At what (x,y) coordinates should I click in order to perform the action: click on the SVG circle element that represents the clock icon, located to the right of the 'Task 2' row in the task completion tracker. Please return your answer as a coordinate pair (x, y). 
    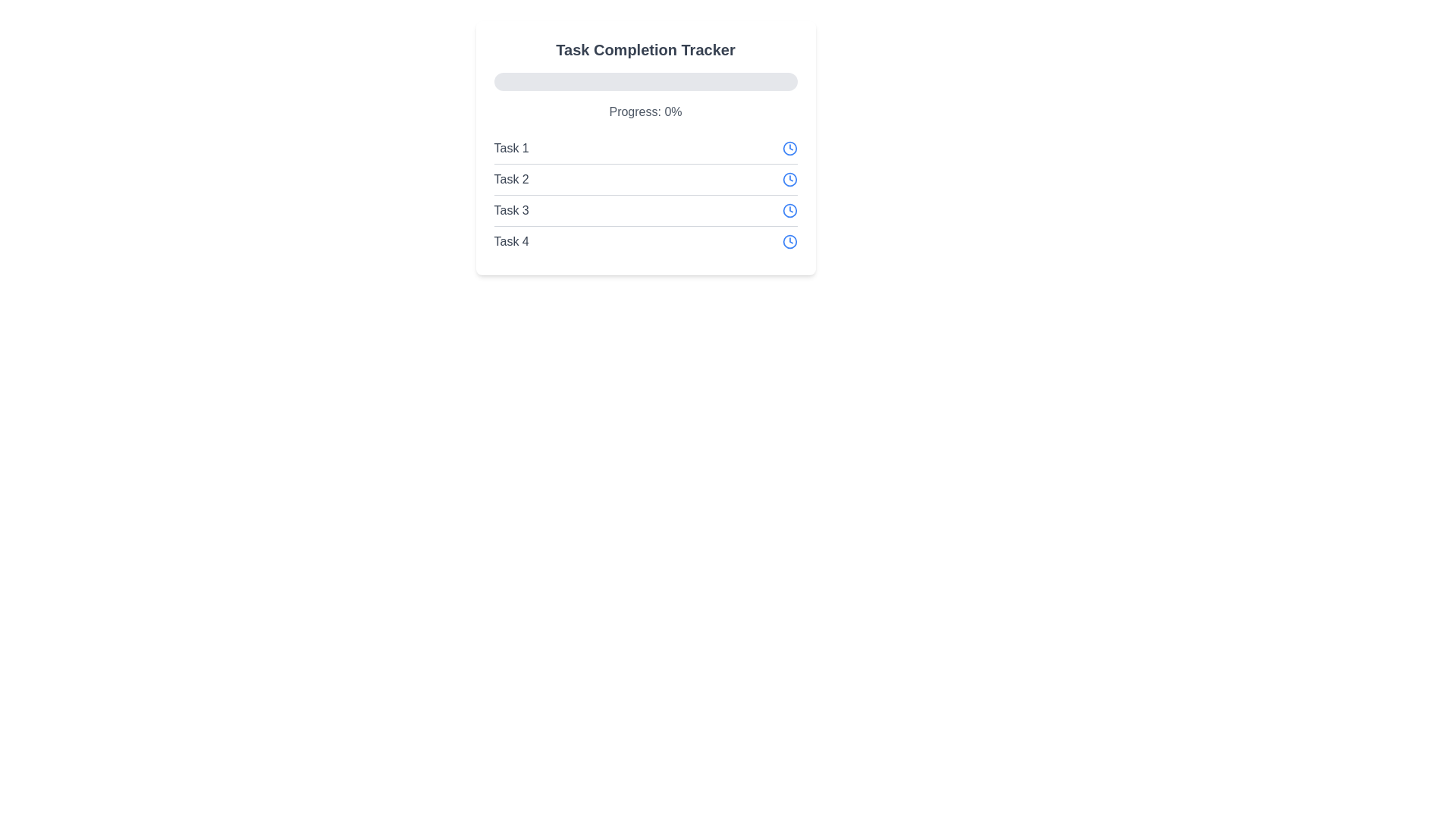
    Looking at the image, I should click on (789, 178).